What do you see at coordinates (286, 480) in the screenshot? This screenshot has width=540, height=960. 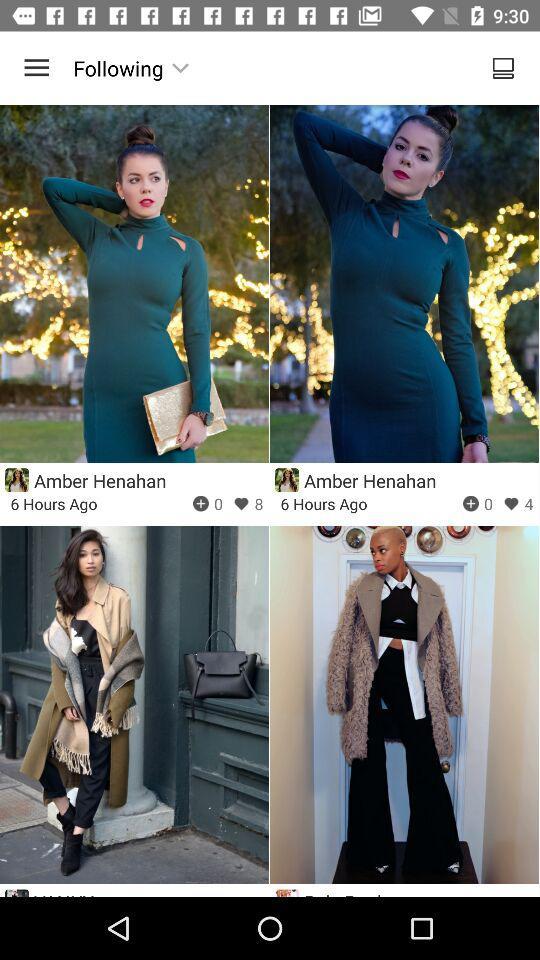 I see `go to user 's profile` at bounding box center [286, 480].